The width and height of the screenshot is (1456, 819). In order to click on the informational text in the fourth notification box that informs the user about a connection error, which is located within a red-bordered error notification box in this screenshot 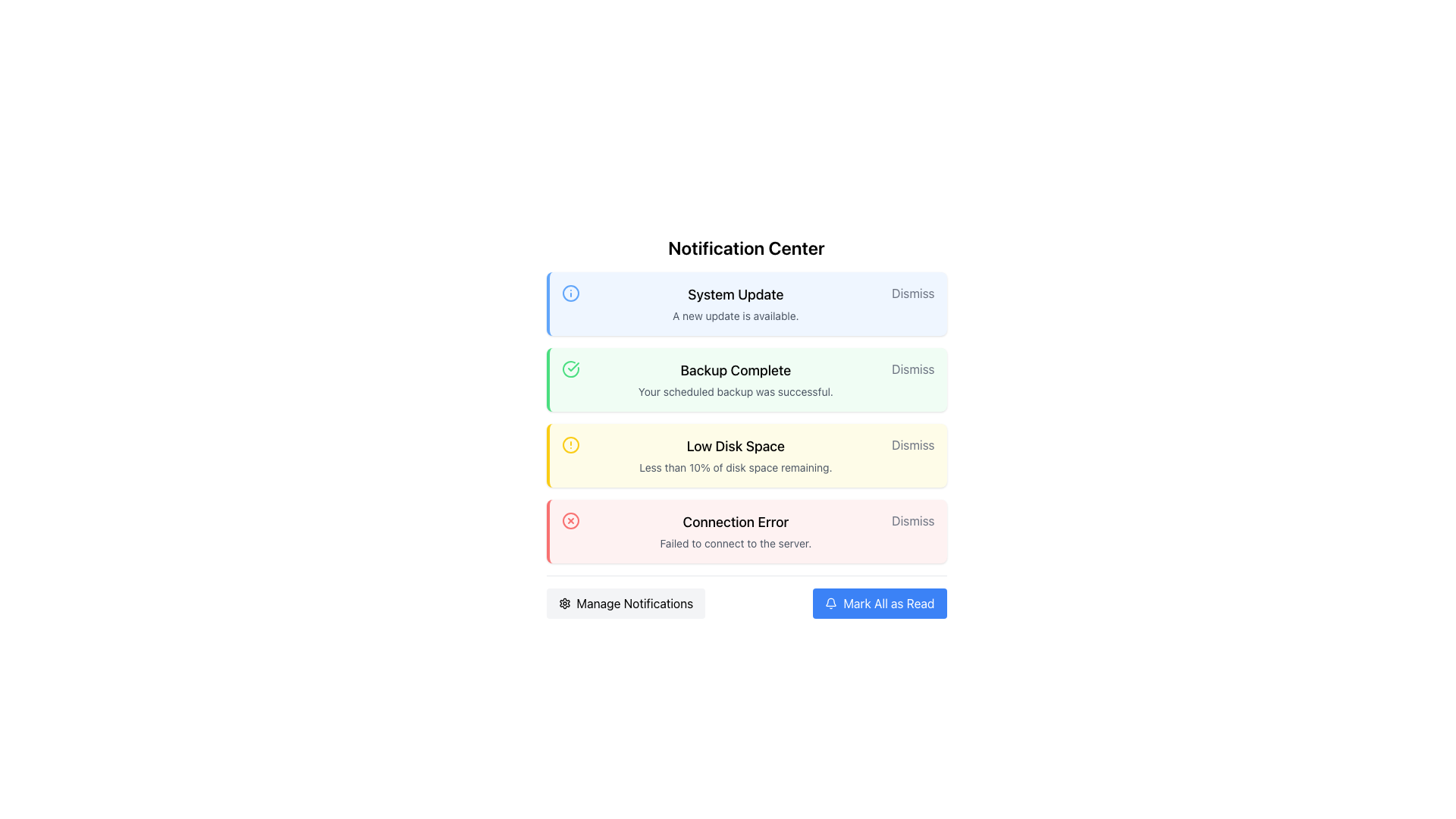, I will do `click(736, 531)`.